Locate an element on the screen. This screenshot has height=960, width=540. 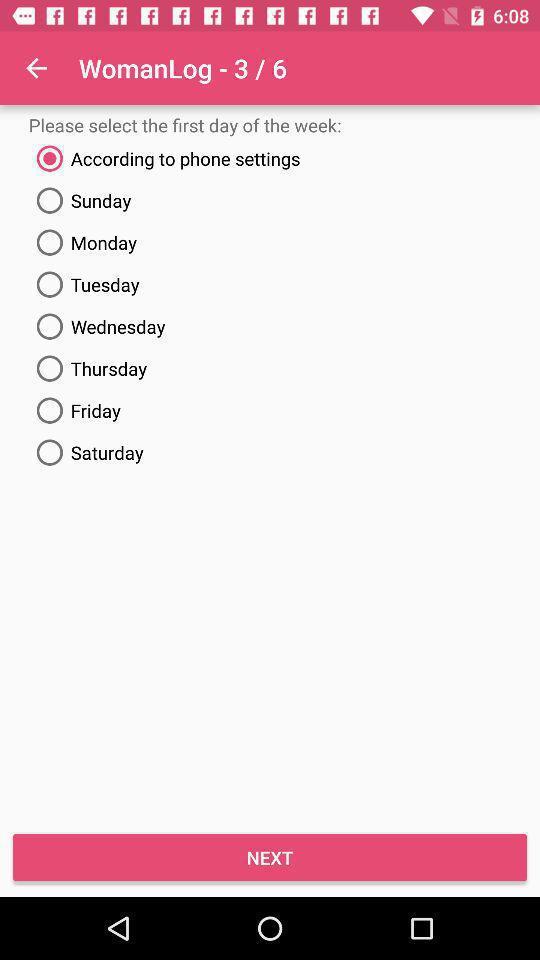
item above tuesday item is located at coordinates (270, 241).